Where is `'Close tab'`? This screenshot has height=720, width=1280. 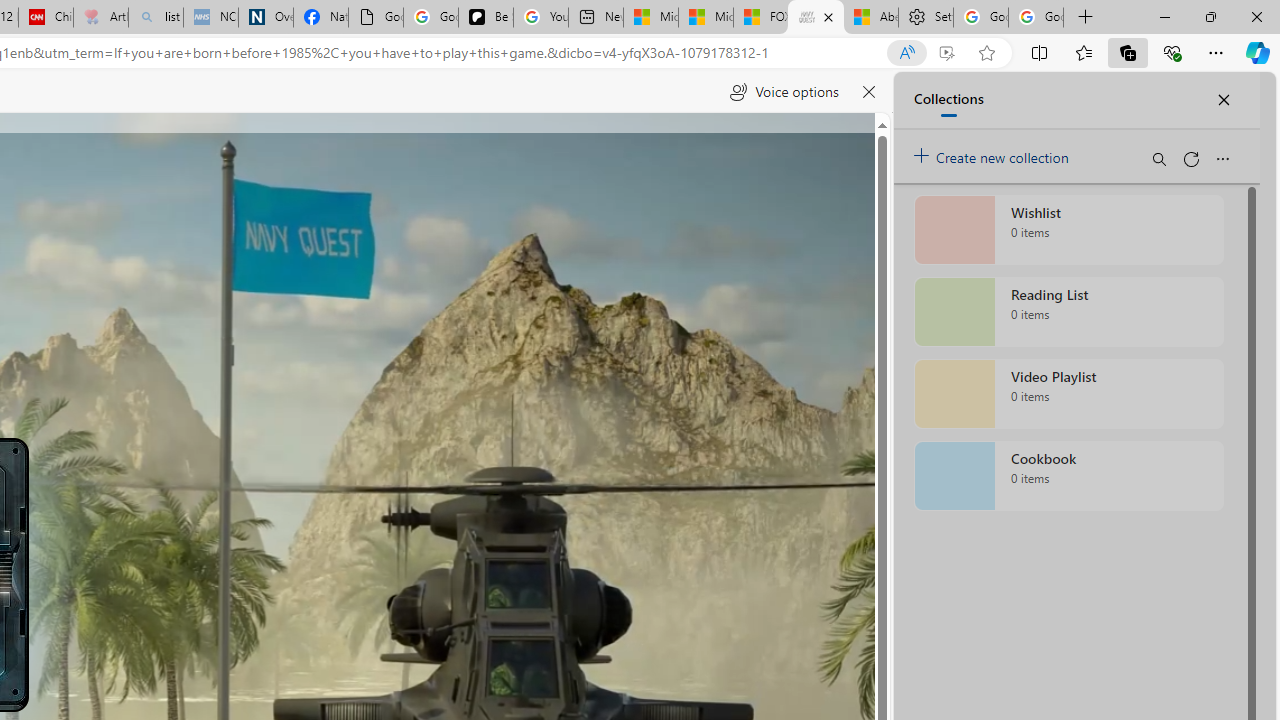 'Close tab' is located at coordinates (828, 17).